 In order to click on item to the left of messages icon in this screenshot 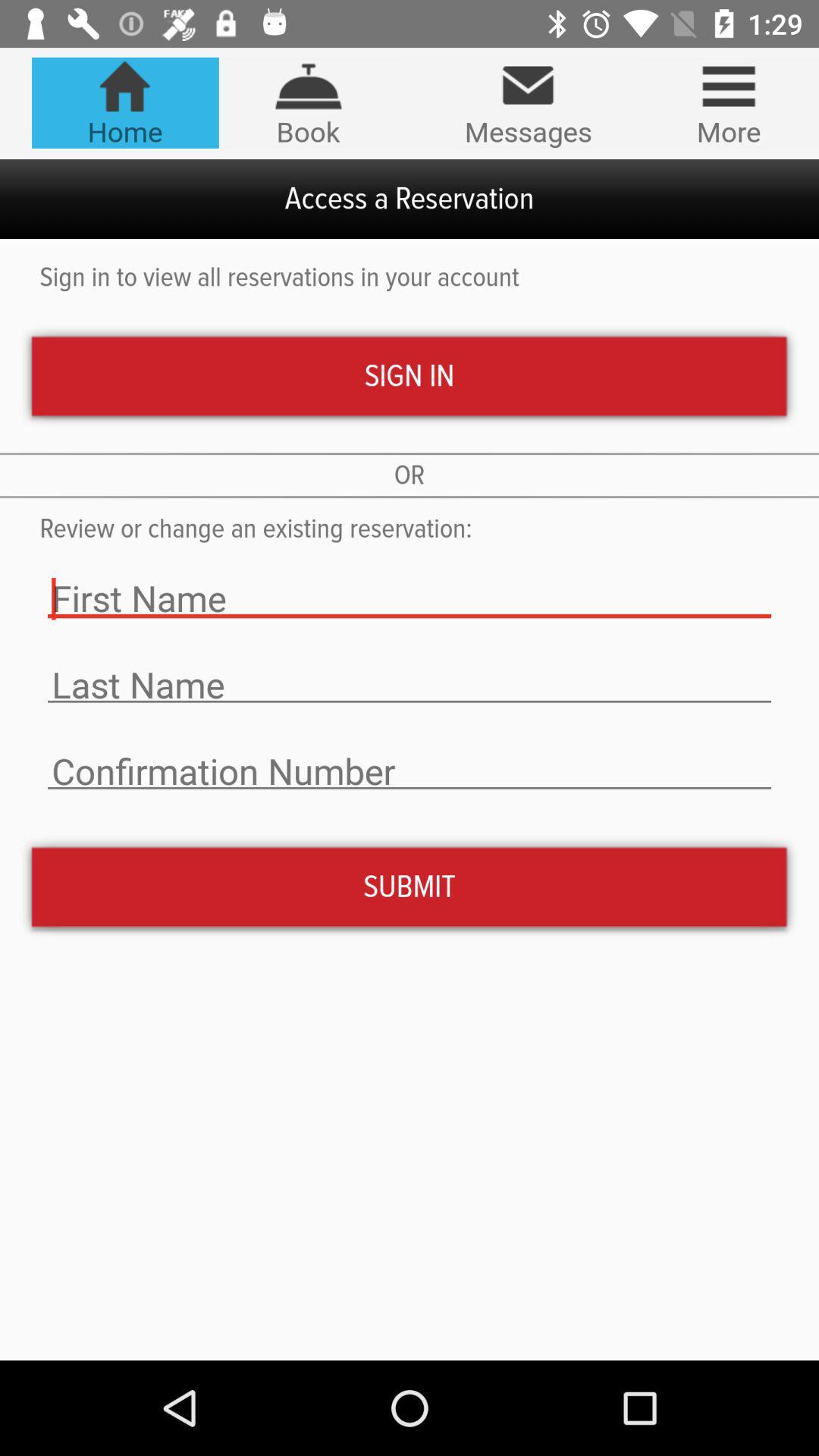, I will do `click(307, 102)`.